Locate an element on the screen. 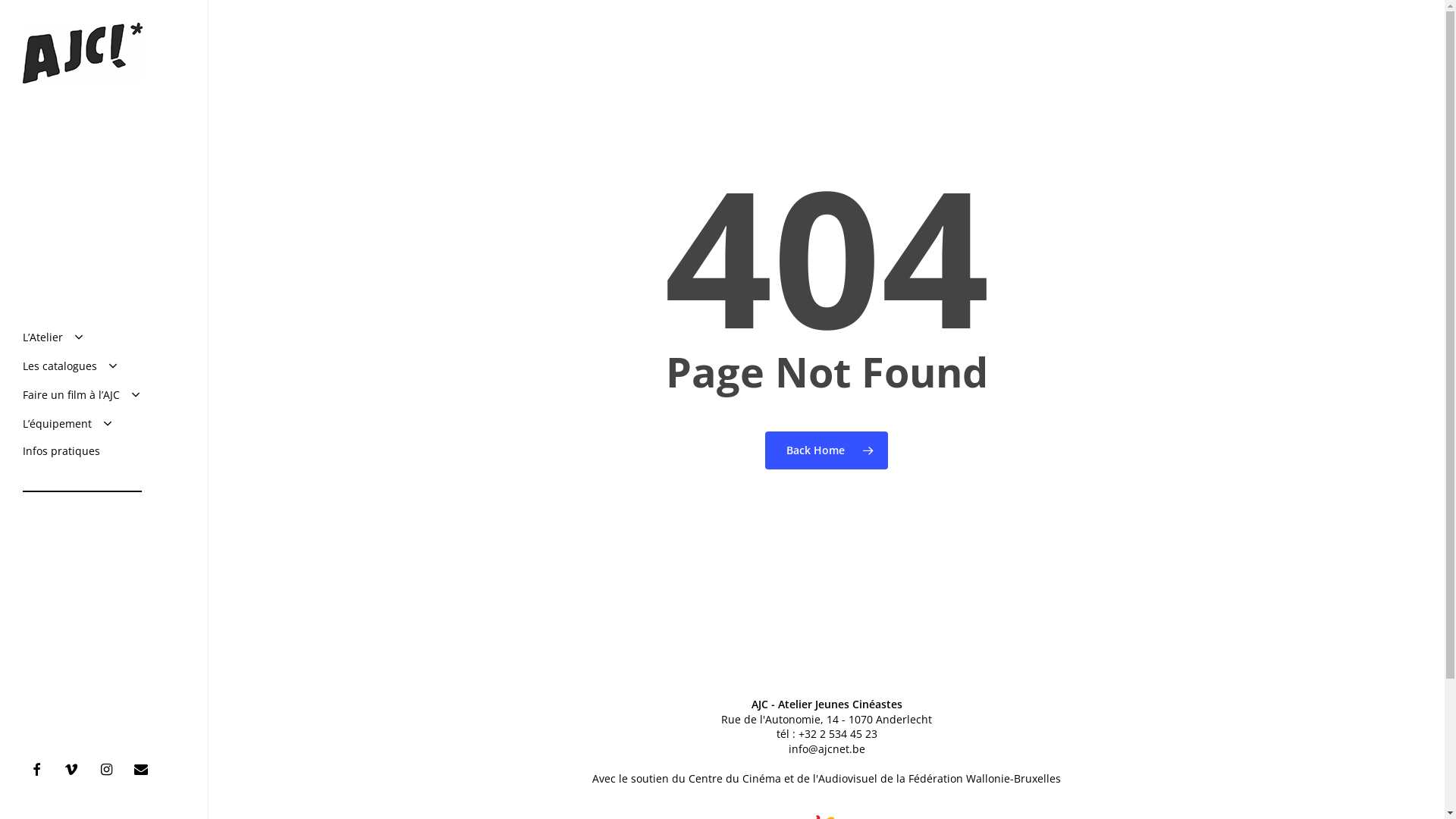 Image resolution: width=1456 pixels, height=819 pixels. 'instagram' is located at coordinates (108, 768).